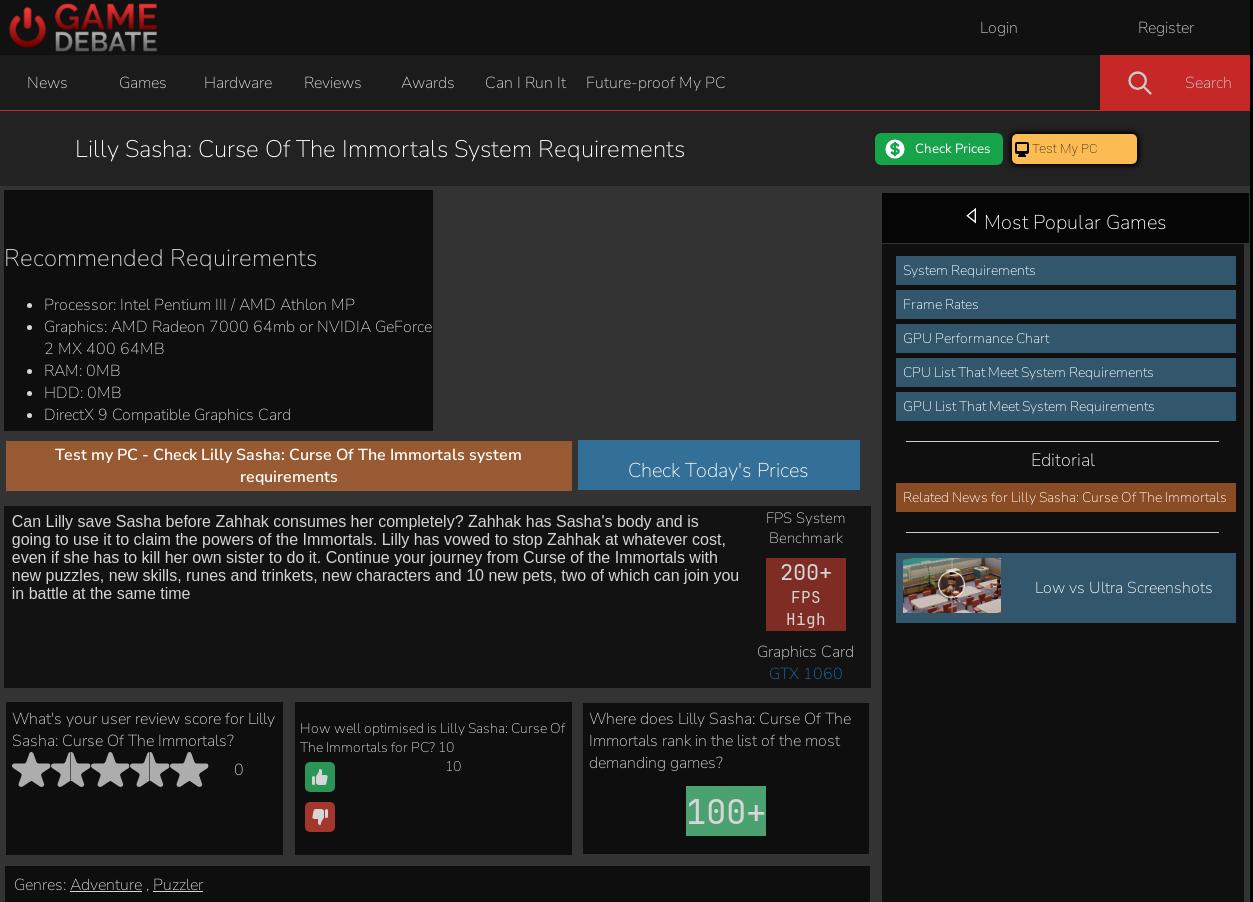  Describe the element at coordinates (1086, 459) in the screenshot. I see `'Alternative Game Tags: LillySashaCurseOfTheImmortals, Lilly Sasha Curse Of The Immortals, Lilly Sasha: Curse Of The Immortals requirements'` at that location.